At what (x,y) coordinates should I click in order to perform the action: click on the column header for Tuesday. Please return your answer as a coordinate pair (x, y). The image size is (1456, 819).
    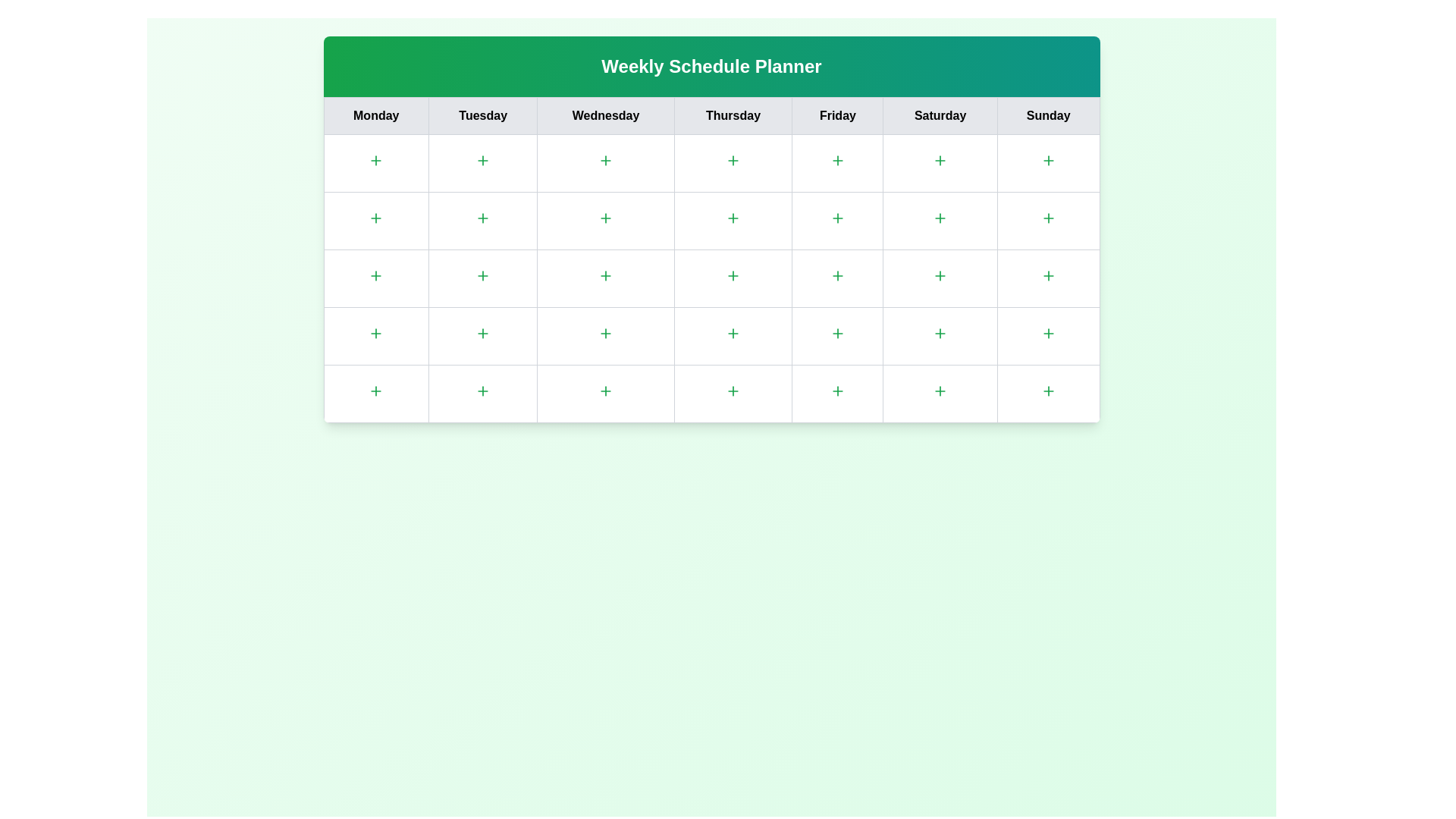
    Looking at the image, I should click on (482, 115).